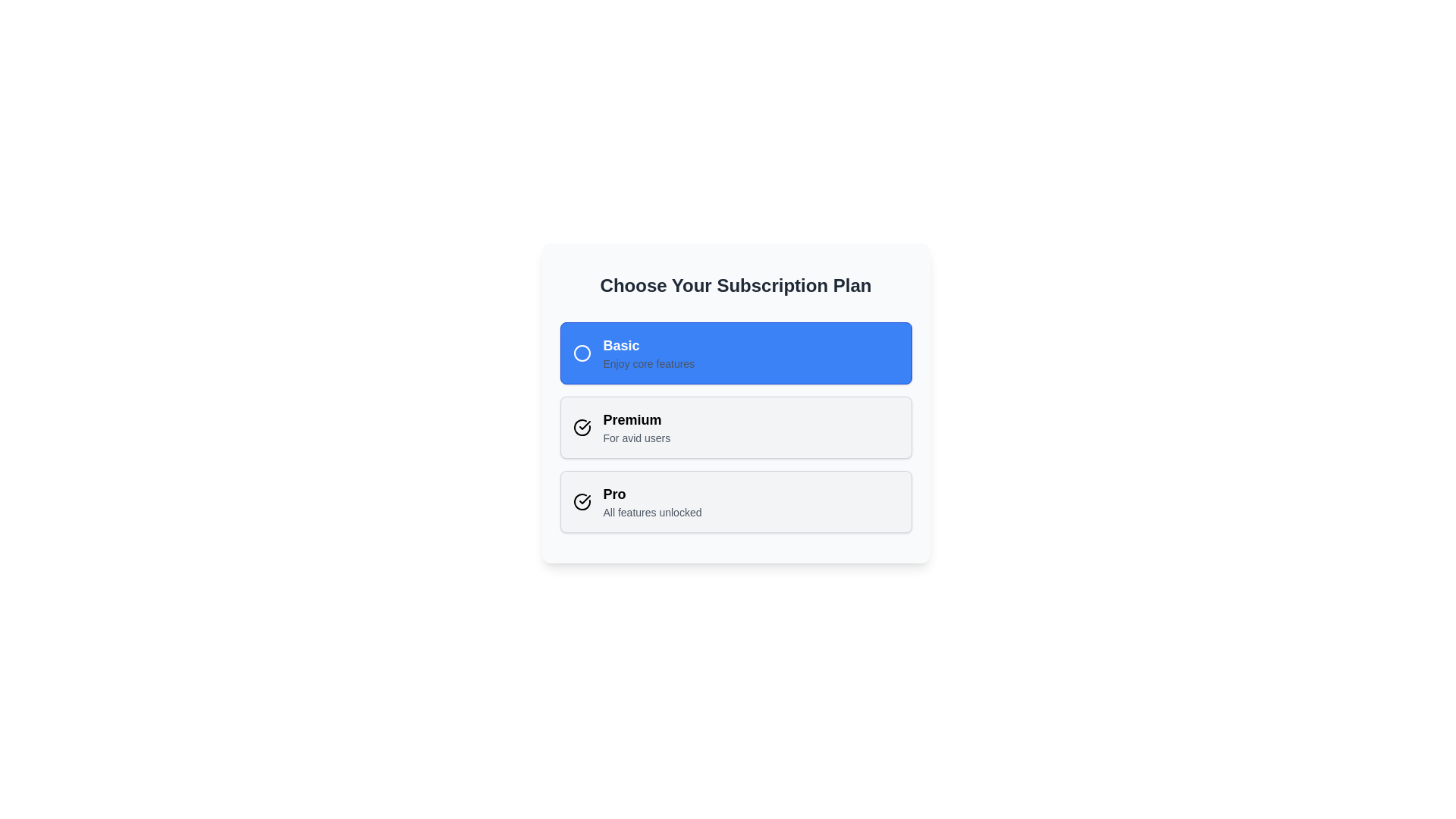 This screenshot has height=819, width=1456. I want to click on the checkmark icon that indicates the selection of the 'Pro' subscription option, located, so click(581, 502).